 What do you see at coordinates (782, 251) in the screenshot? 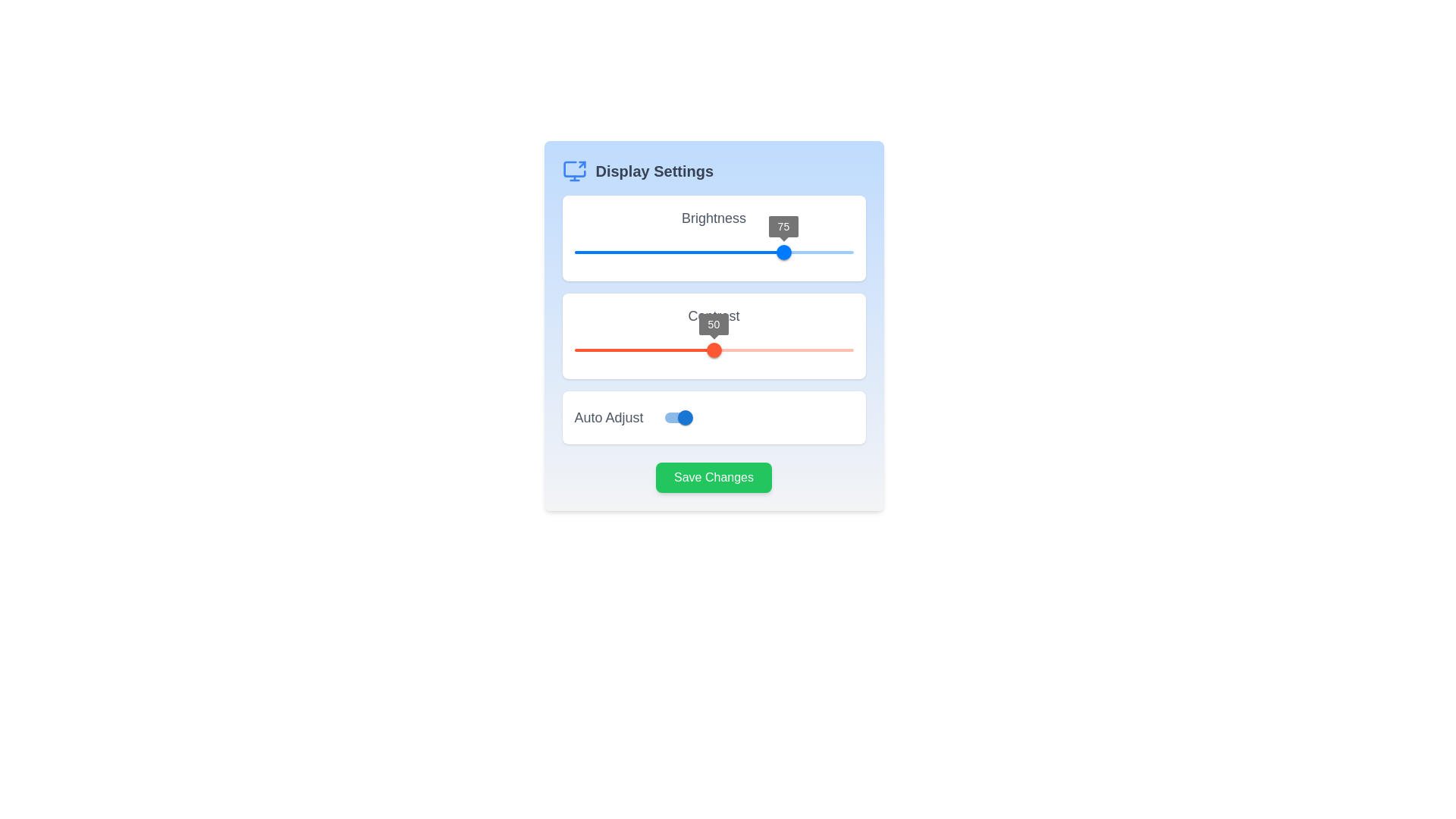
I see `the brightness` at bounding box center [782, 251].